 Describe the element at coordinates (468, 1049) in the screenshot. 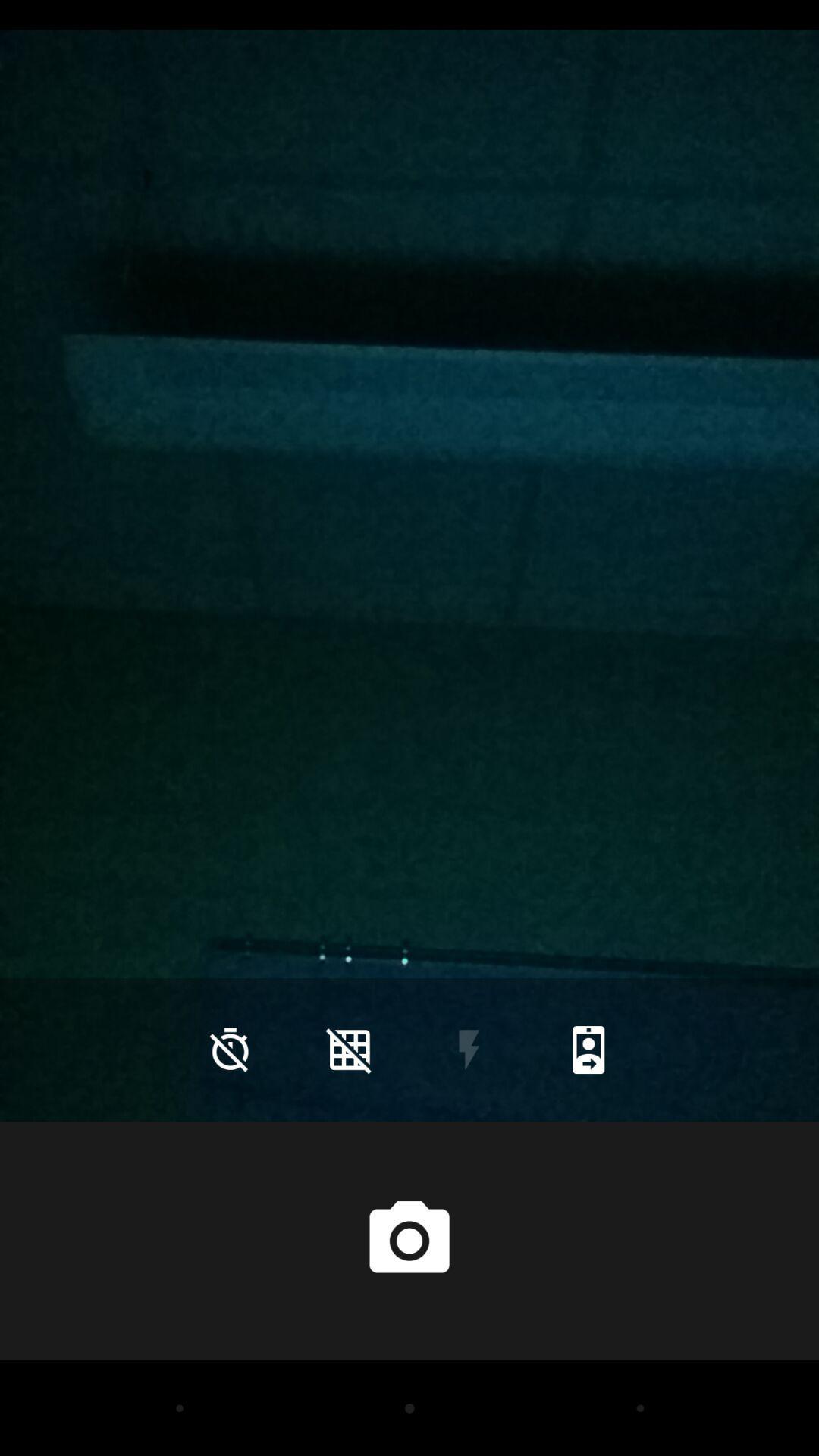

I see `the flash icon` at that location.